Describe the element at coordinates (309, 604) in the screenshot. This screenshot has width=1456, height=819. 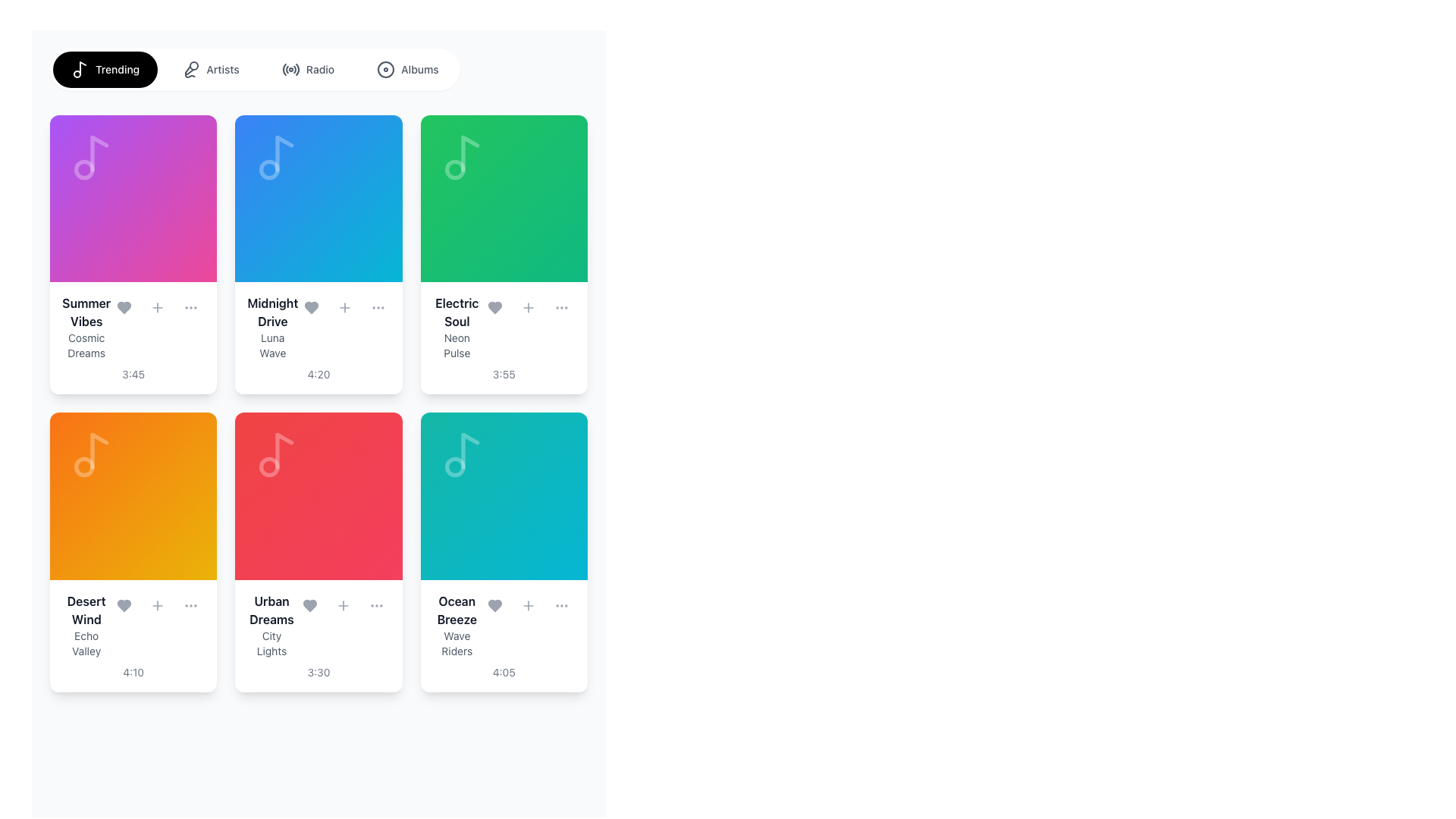
I see `the first circular button with a heart-shaped icon located to the right of the 'Urban Dreams' item to observe the hover effect` at that location.